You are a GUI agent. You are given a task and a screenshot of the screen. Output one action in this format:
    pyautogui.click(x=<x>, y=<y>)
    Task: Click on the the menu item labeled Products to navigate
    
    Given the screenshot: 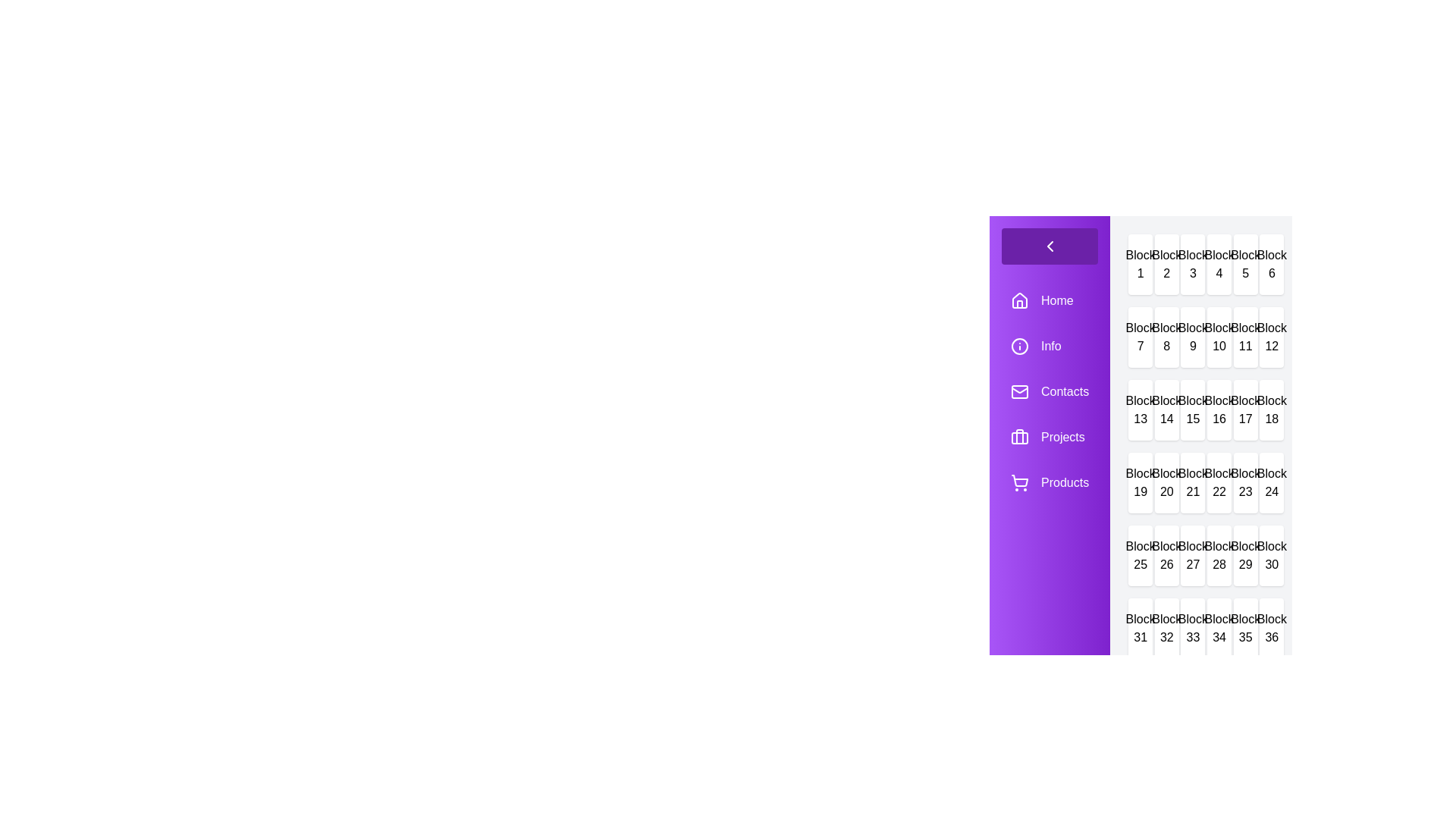 What is the action you would take?
    pyautogui.click(x=1048, y=482)
    